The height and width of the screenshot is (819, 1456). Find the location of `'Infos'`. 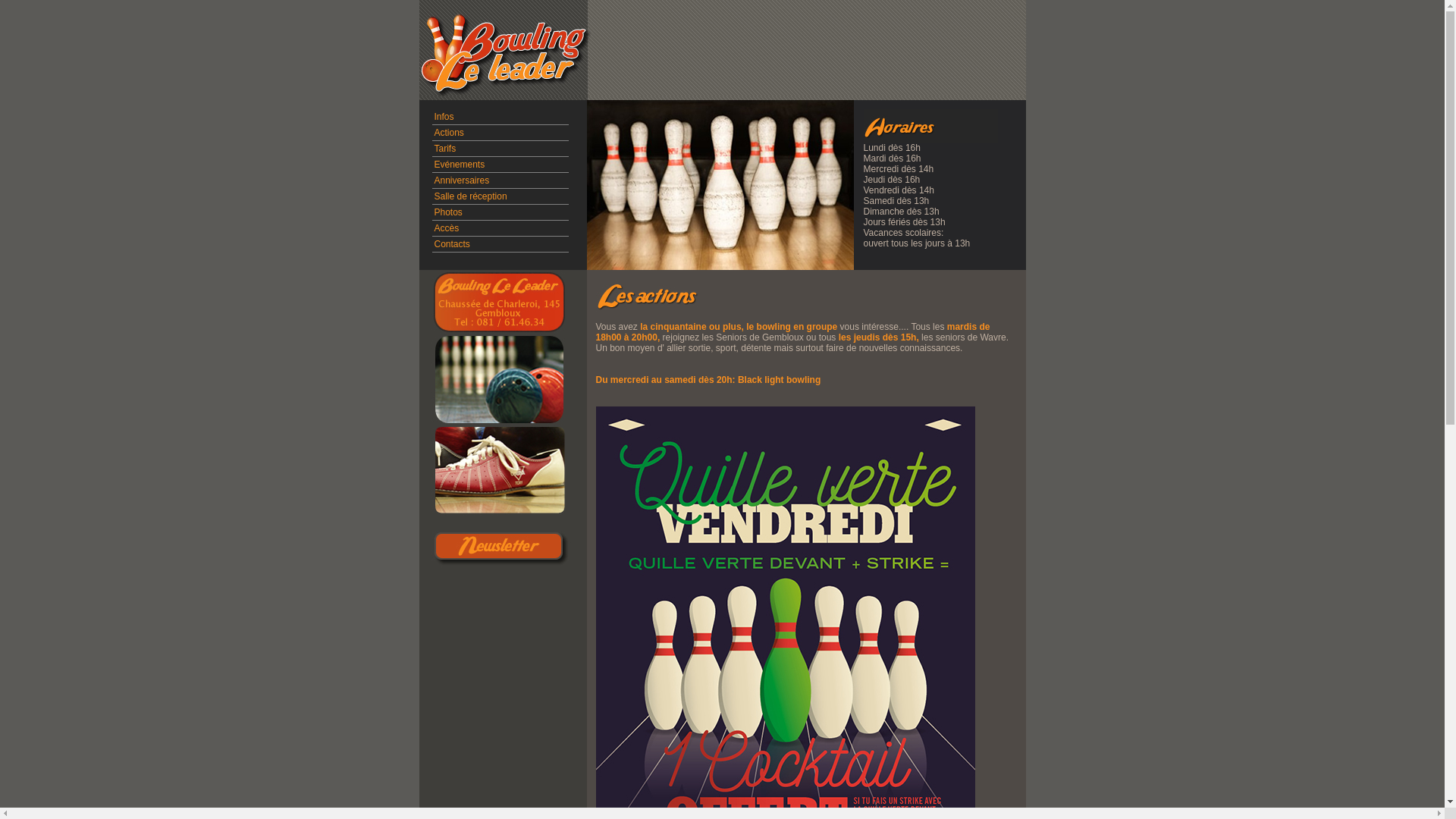

'Infos' is located at coordinates (443, 116).